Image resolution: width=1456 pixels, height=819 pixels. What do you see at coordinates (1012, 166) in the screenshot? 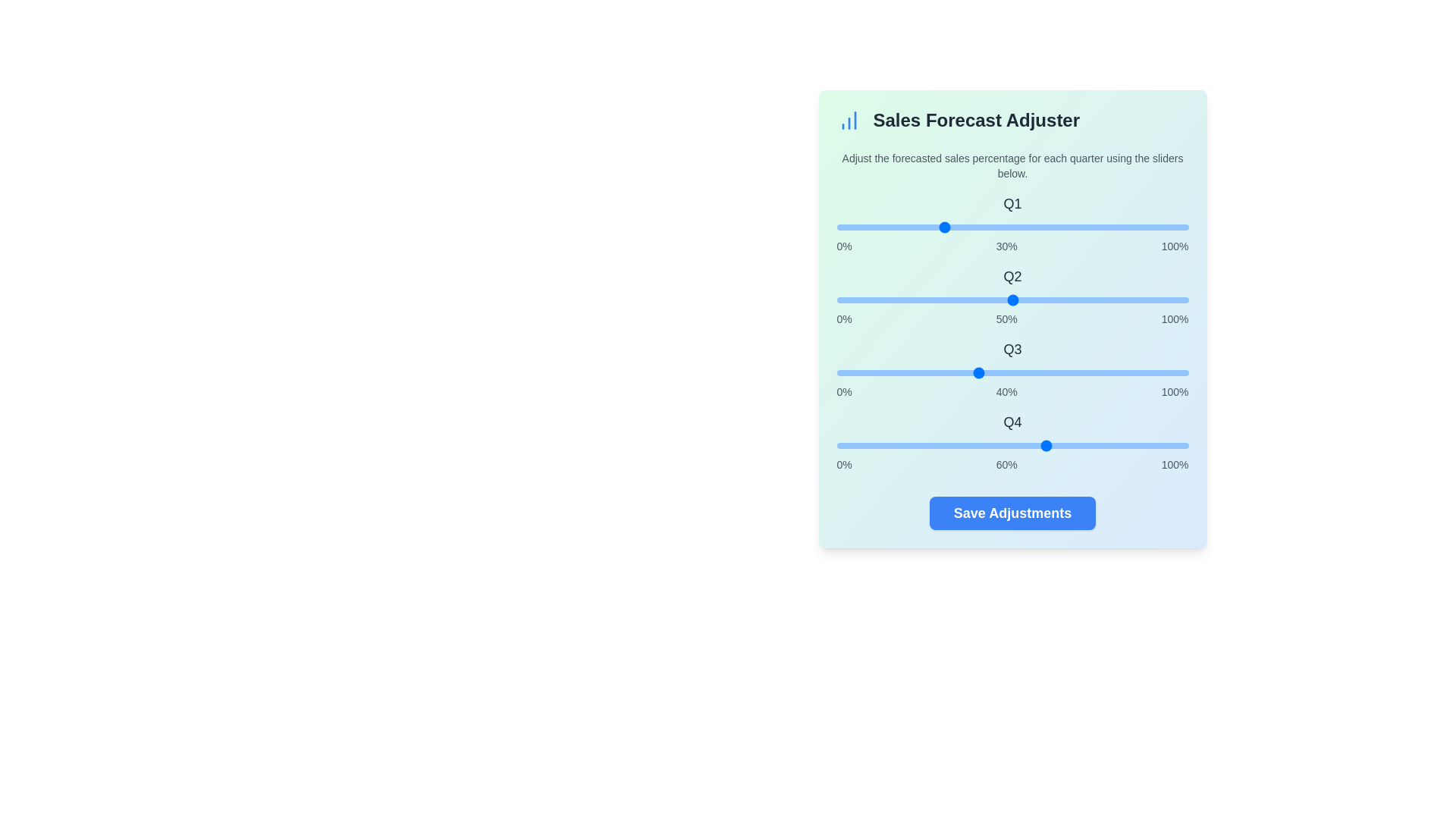
I see `the text 'Adjust the forecasted sales percentage for each quarter using the sliders below.'` at bounding box center [1012, 166].